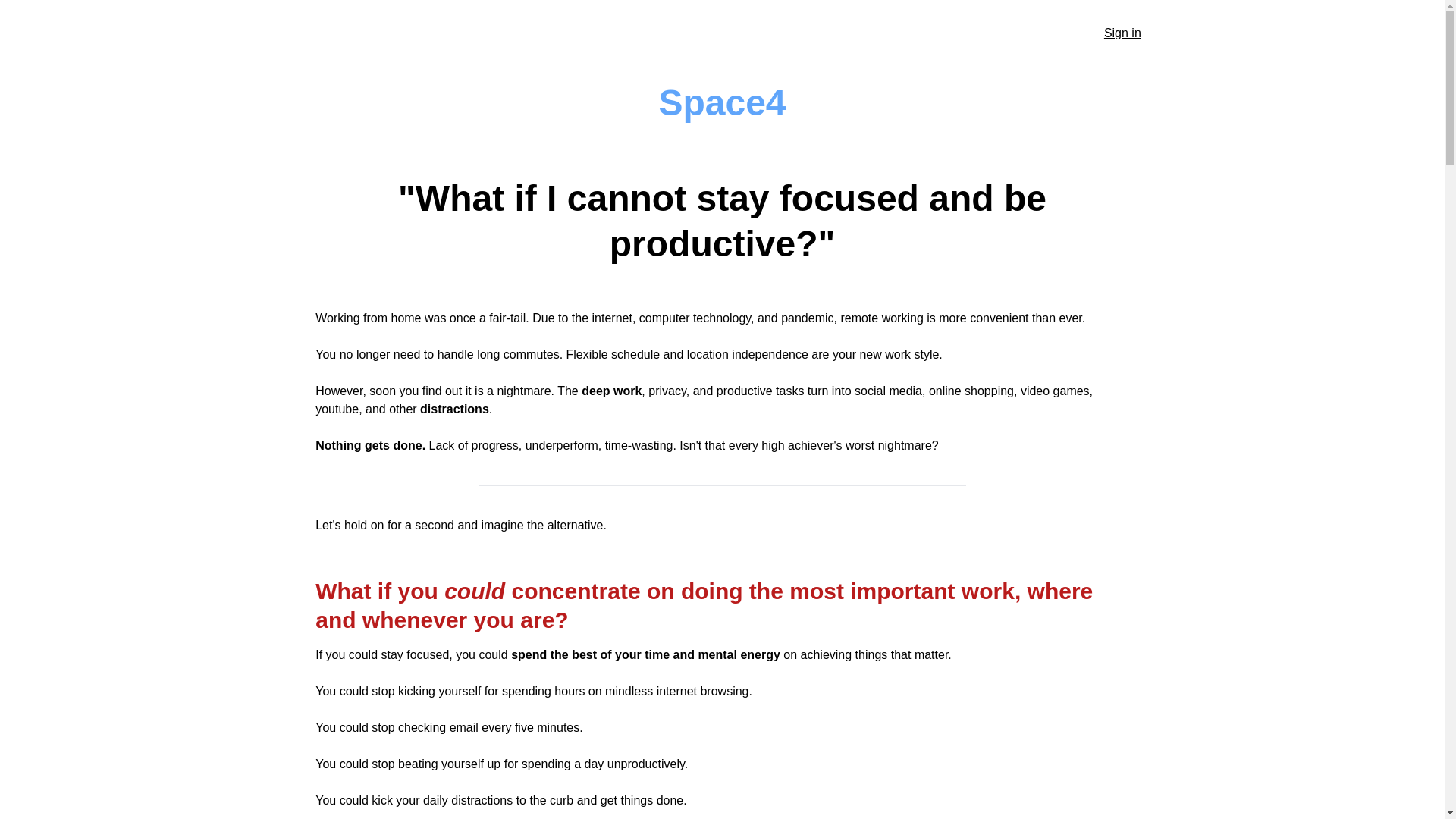 Image resolution: width=1456 pixels, height=819 pixels. Describe the element at coordinates (1122, 33) in the screenshot. I see `'Sign in'` at that location.